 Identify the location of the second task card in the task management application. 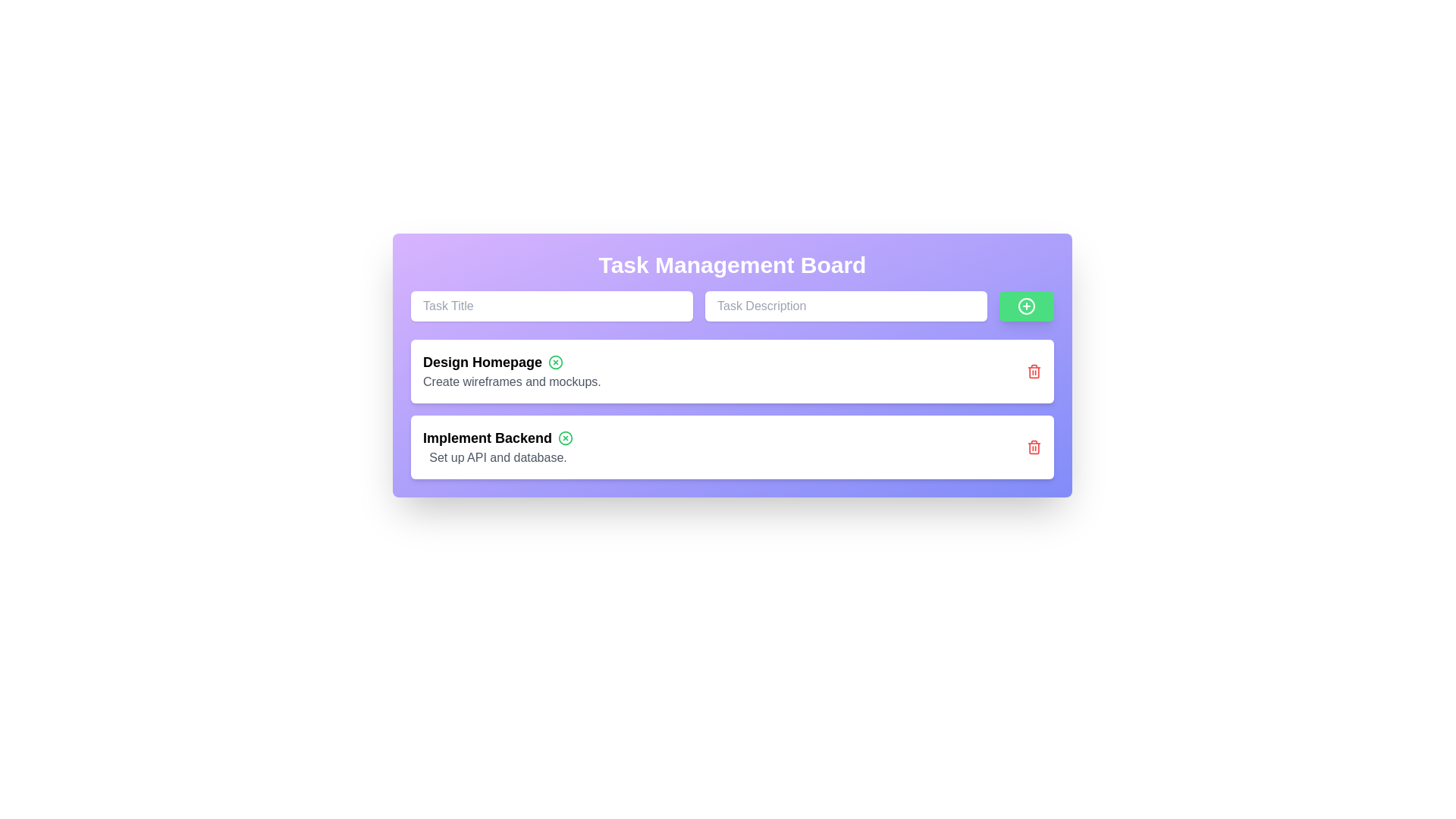
(732, 447).